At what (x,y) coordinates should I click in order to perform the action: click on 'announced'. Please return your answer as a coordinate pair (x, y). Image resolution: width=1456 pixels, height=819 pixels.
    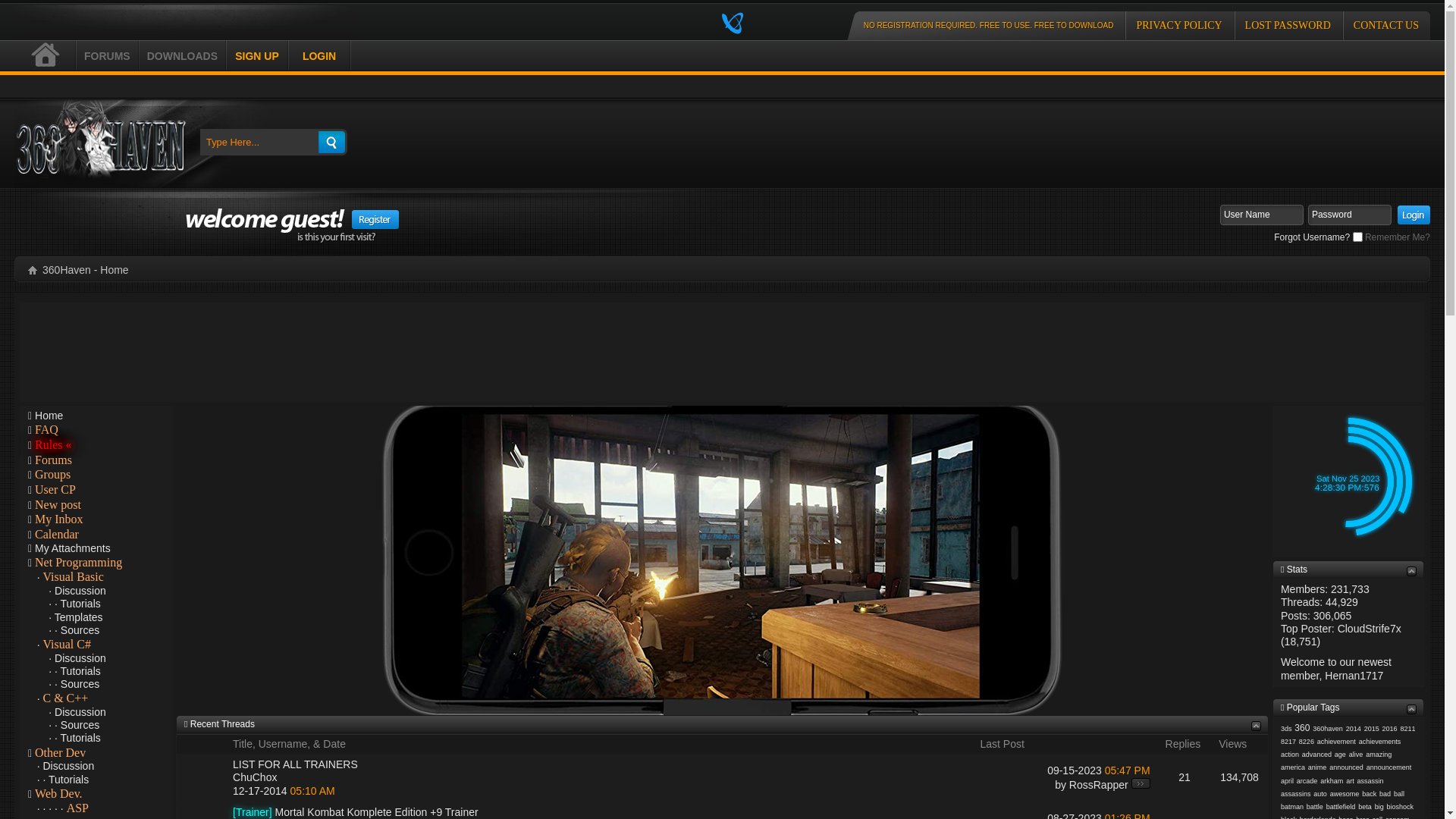
    Looking at the image, I should click on (1346, 767).